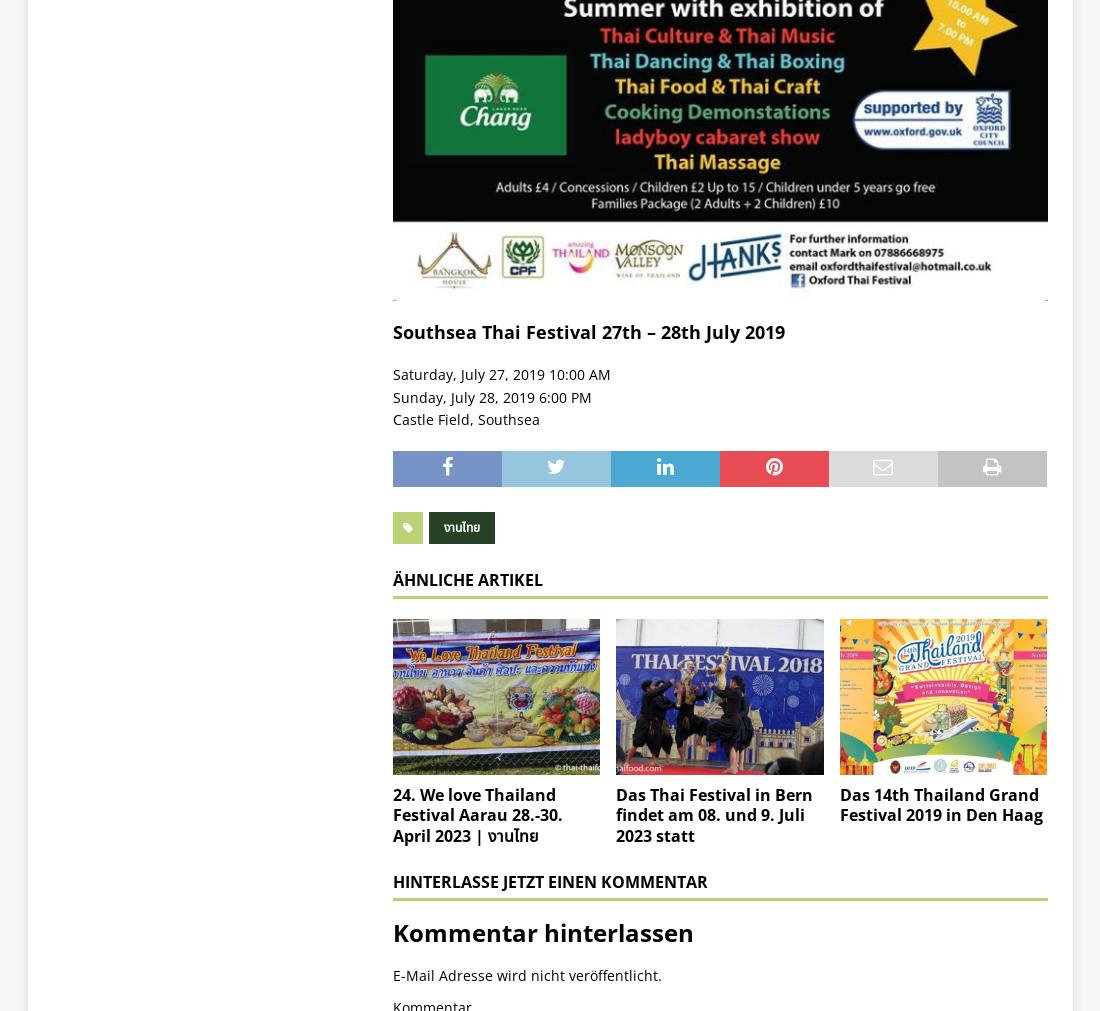  What do you see at coordinates (475, 813) in the screenshot?
I see `'24. We love Thailand Festival Aarau 28.-30. April 2023 | งานไทย'` at bounding box center [475, 813].